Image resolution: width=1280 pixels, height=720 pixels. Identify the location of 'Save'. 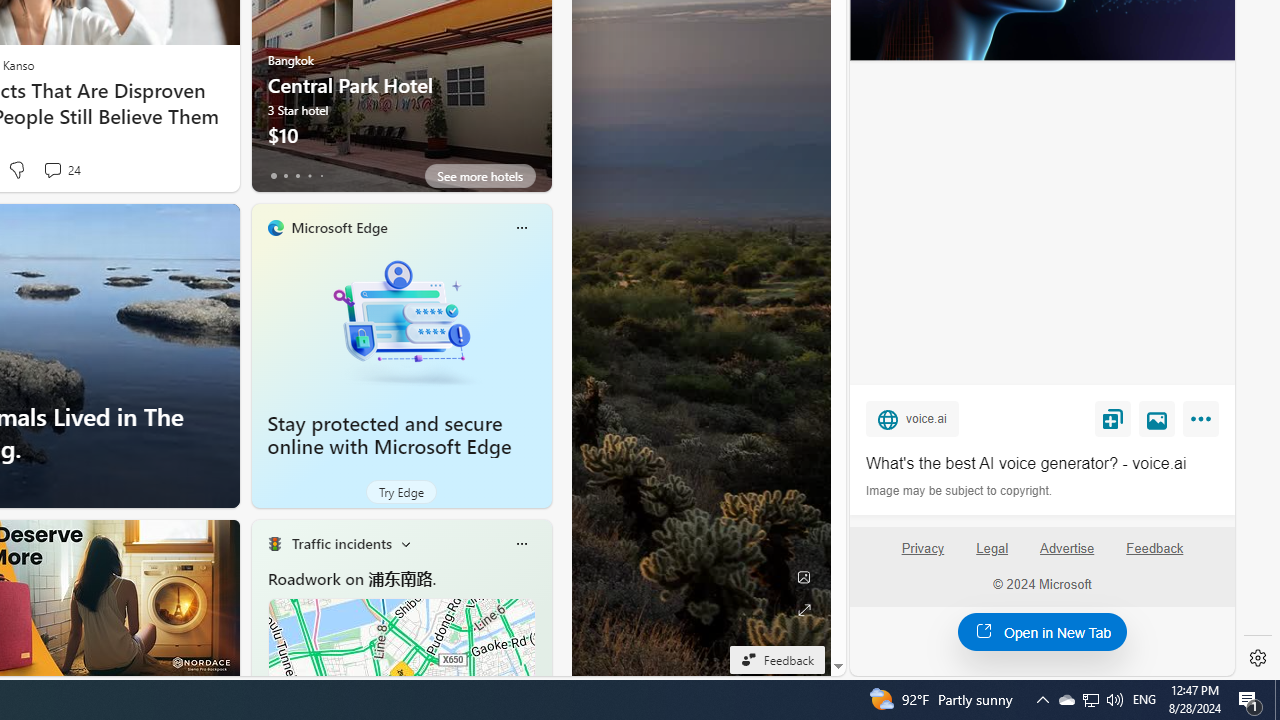
(1111, 418).